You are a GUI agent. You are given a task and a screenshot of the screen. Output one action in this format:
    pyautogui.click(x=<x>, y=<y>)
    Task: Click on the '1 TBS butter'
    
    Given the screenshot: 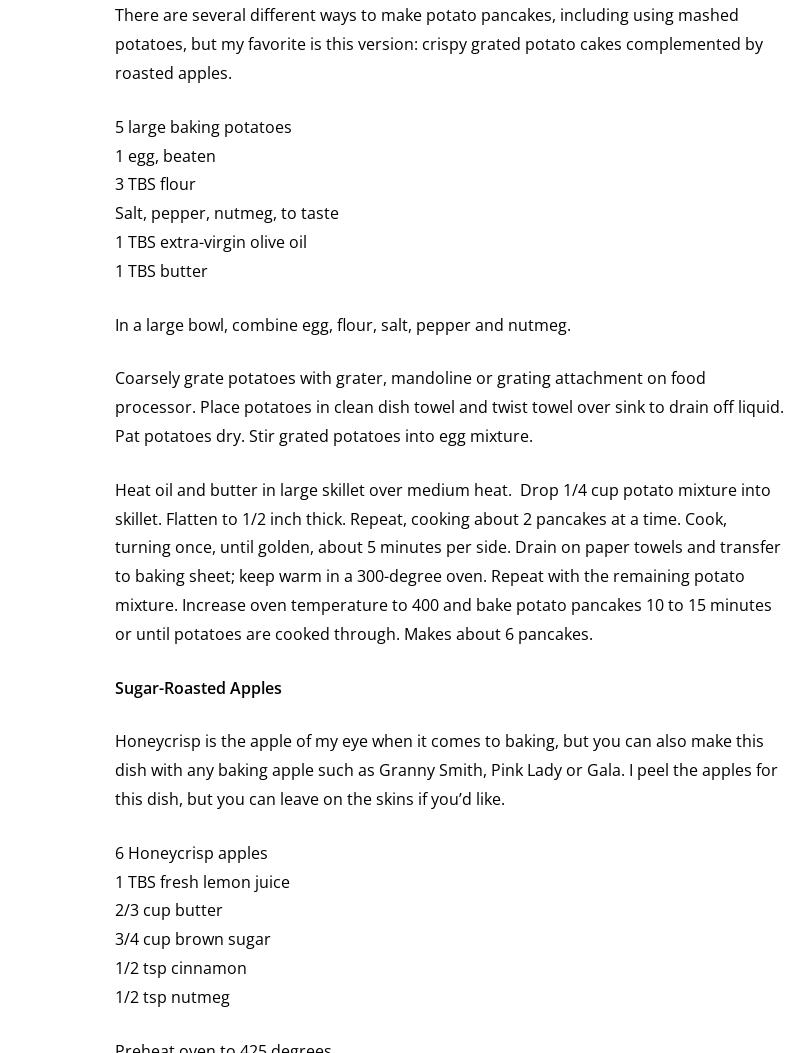 What is the action you would take?
    pyautogui.click(x=161, y=268)
    